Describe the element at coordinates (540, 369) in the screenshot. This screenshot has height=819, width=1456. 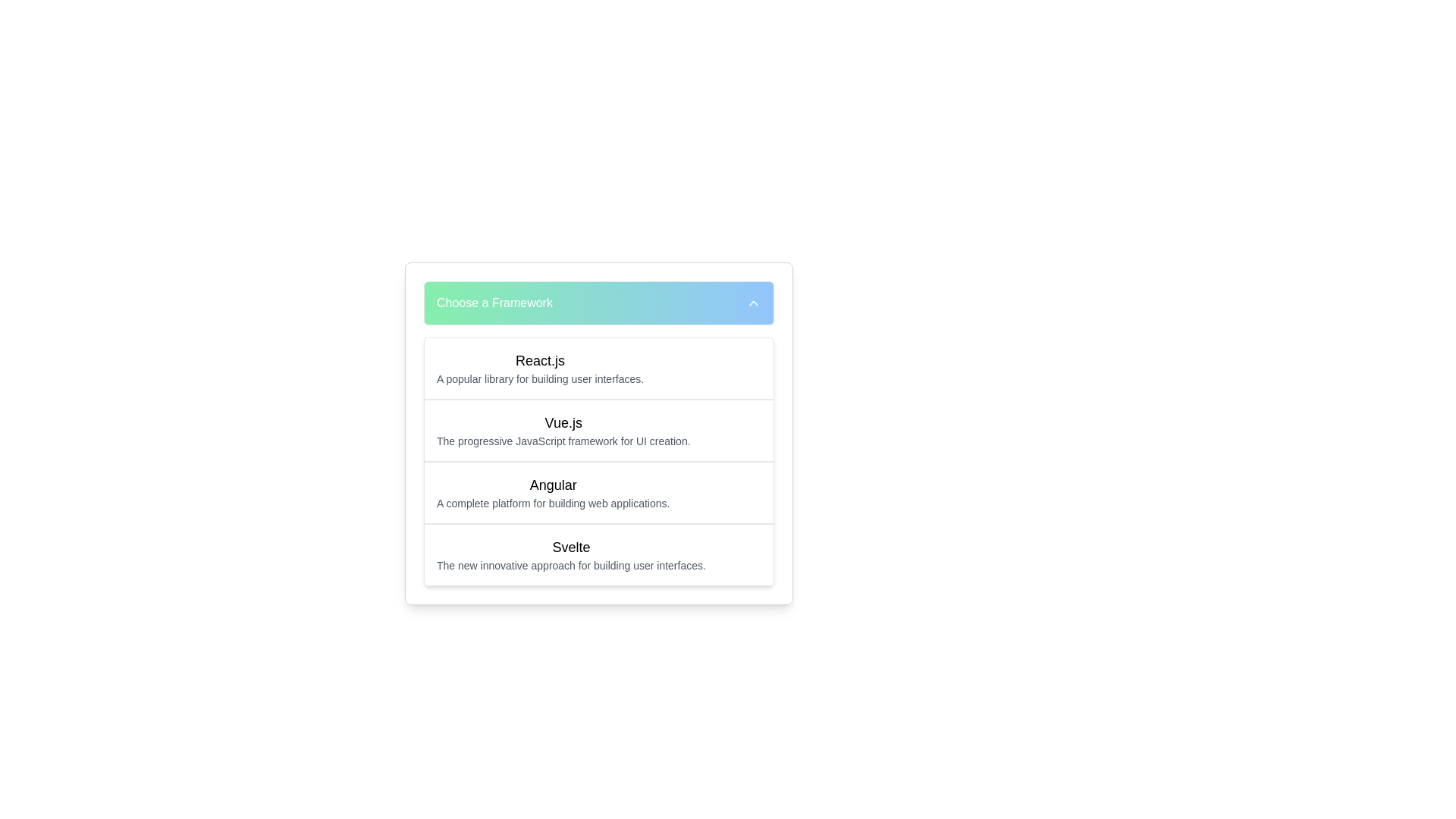
I see `the Text label for the React.js framework option in the 'Choose a Framework' selection panel, which is the first option in the list` at that location.